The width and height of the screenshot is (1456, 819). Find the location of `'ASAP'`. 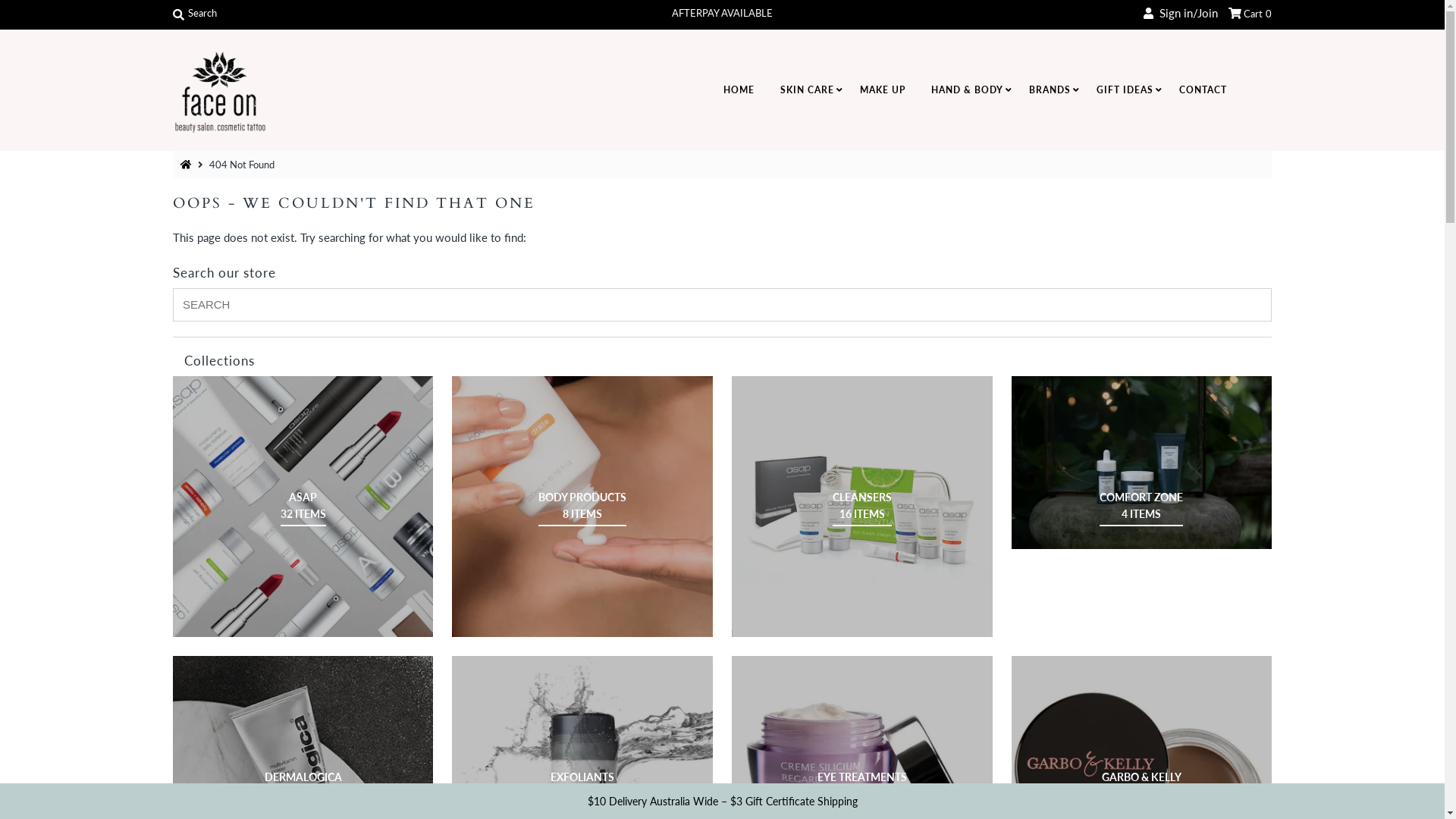

'ASAP' is located at coordinates (303, 506).